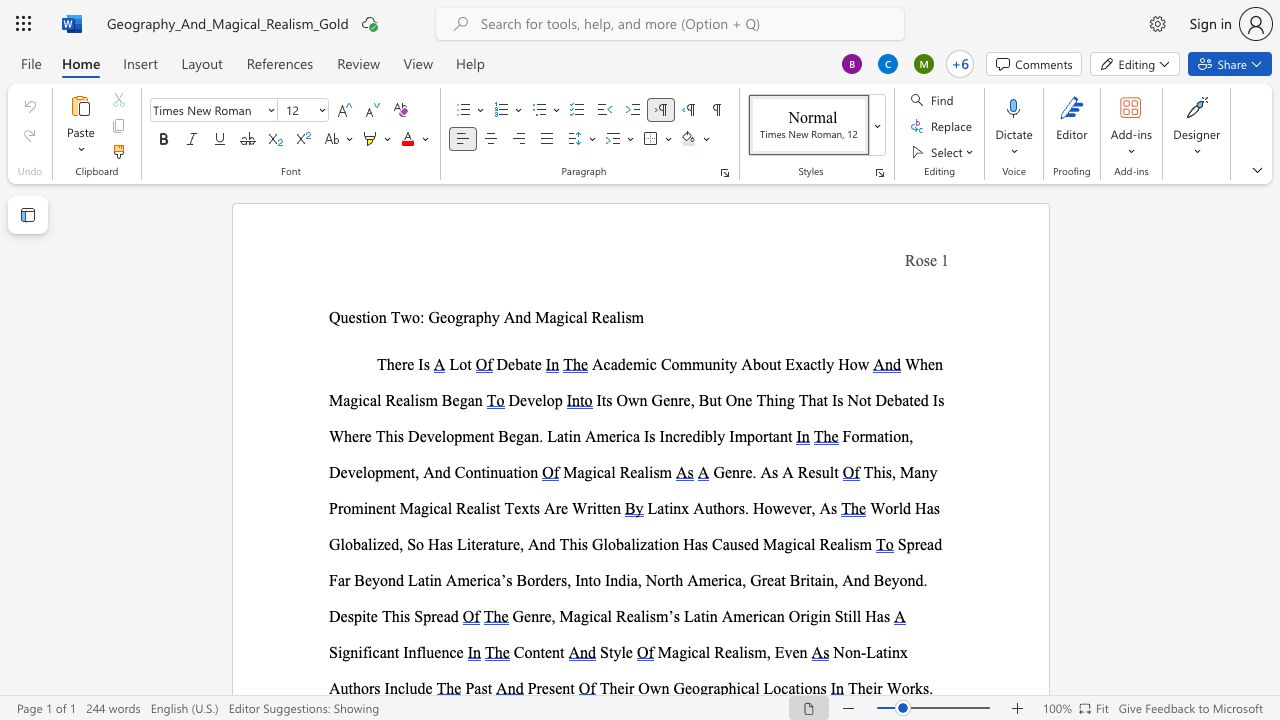 Image resolution: width=1280 pixels, height=720 pixels. What do you see at coordinates (767, 364) in the screenshot?
I see `the space between the continuous character "o" and "u" in the text` at bounding box center [767, 364].